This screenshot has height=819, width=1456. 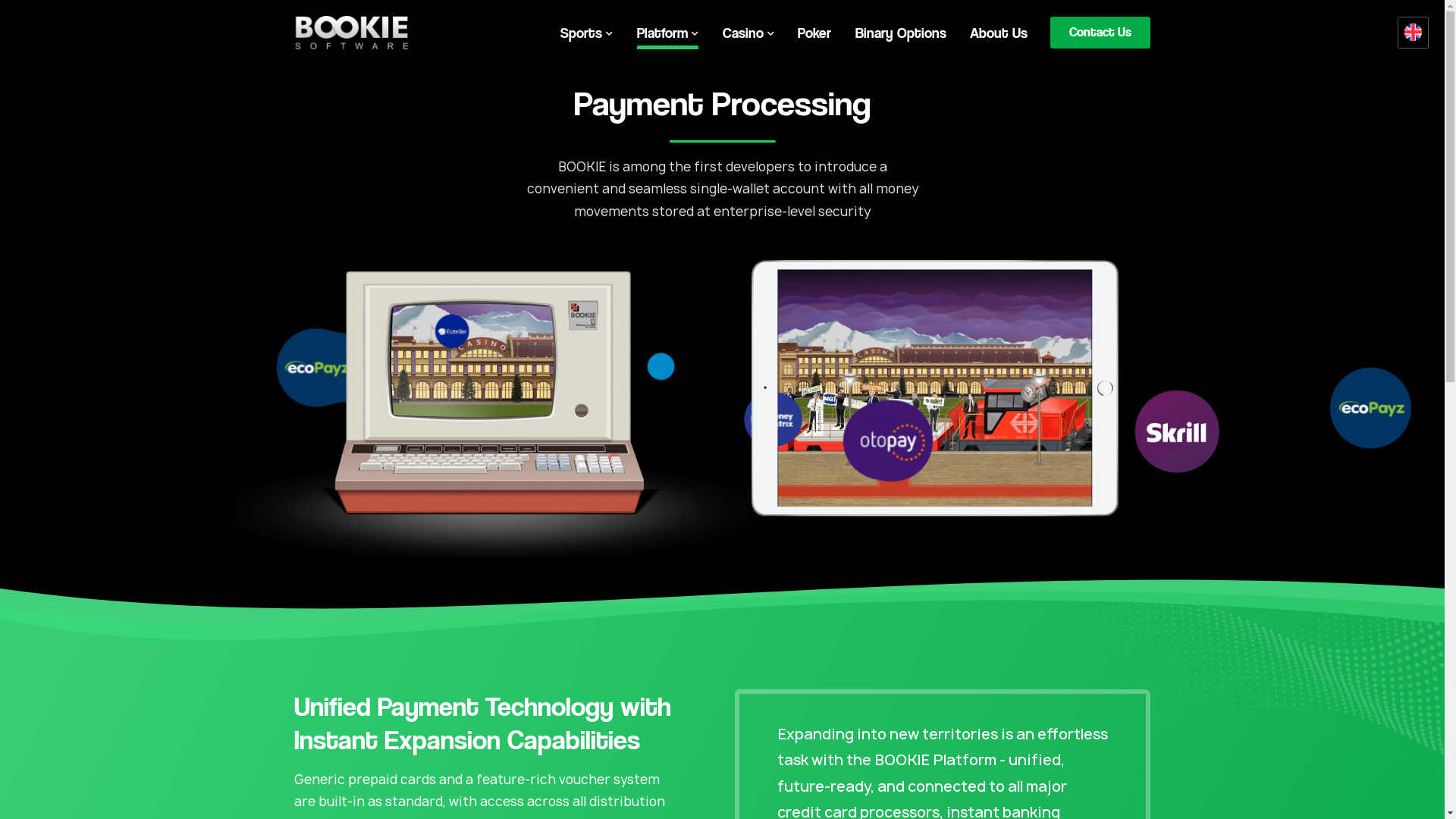 What do you see at coordinates (1000, 29) in the screenshot?
I see `'Contact Us'` at bounding box center [1000, 29].